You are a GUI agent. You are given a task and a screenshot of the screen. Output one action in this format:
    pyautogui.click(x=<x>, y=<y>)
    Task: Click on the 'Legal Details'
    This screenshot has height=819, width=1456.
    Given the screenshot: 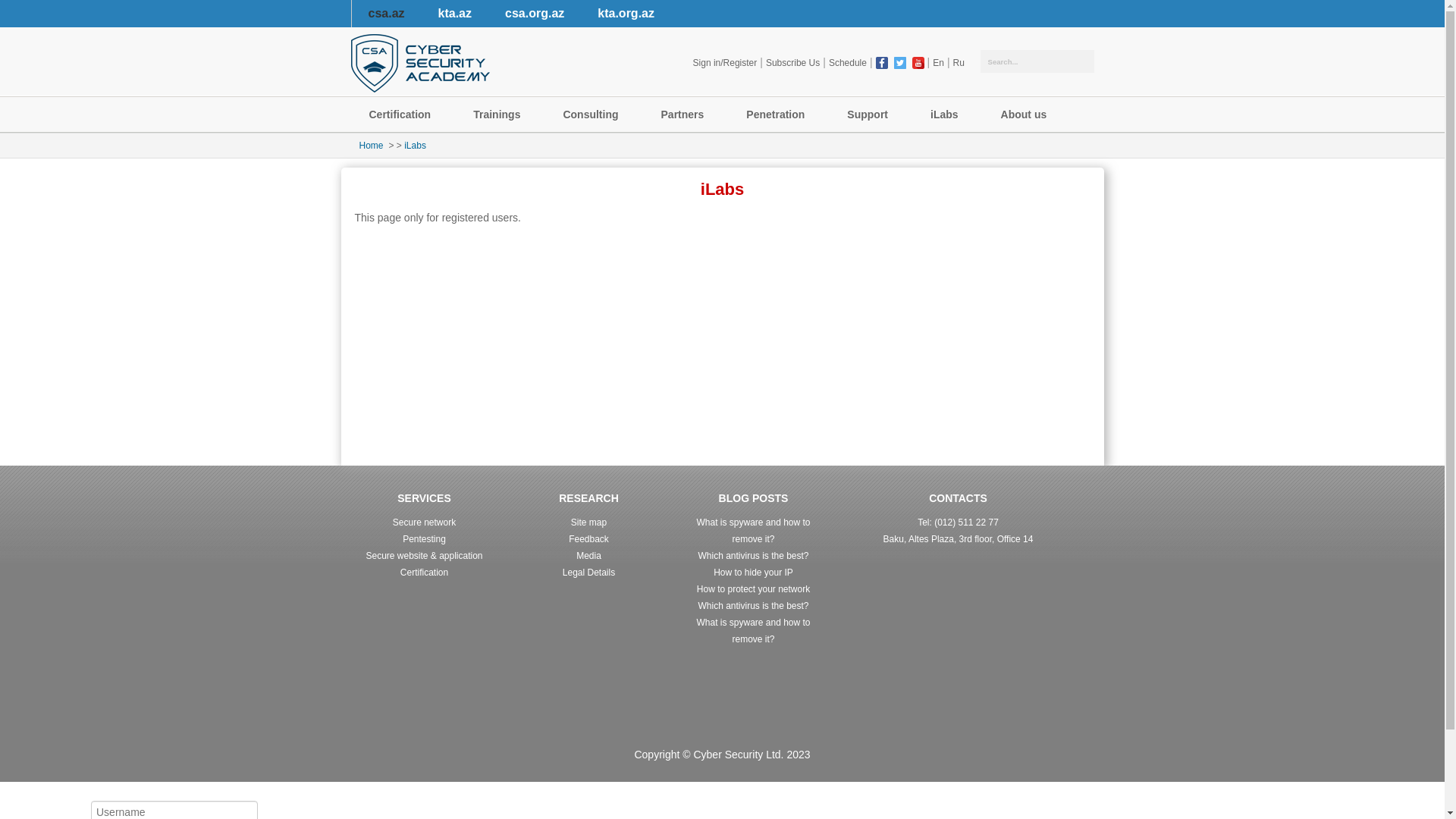 What is the action you would take?
    pyautogui.click(x=588, y=573)
    